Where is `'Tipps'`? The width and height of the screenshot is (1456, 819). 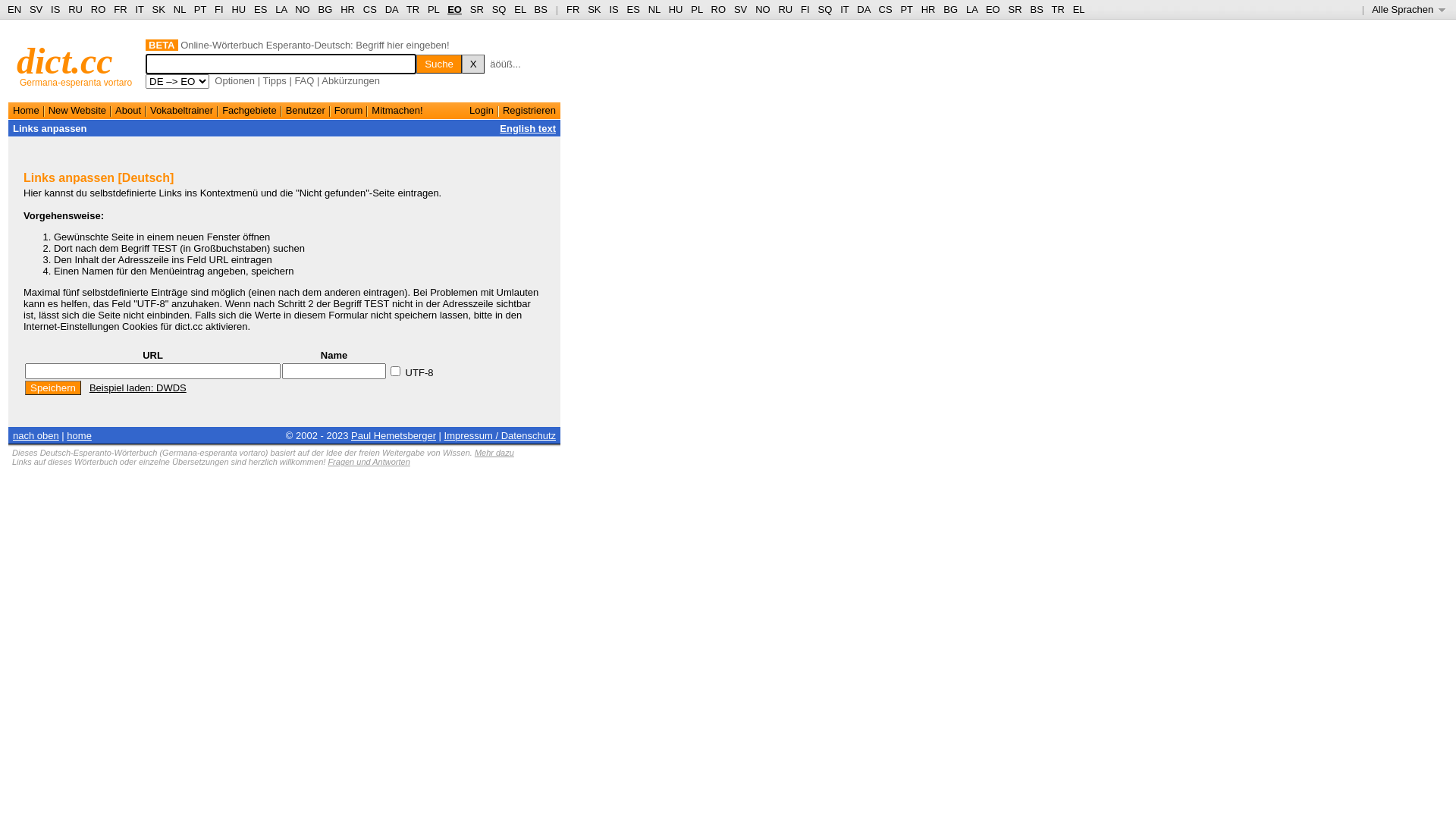
'Tipps' is located at coordinates (274, 80).